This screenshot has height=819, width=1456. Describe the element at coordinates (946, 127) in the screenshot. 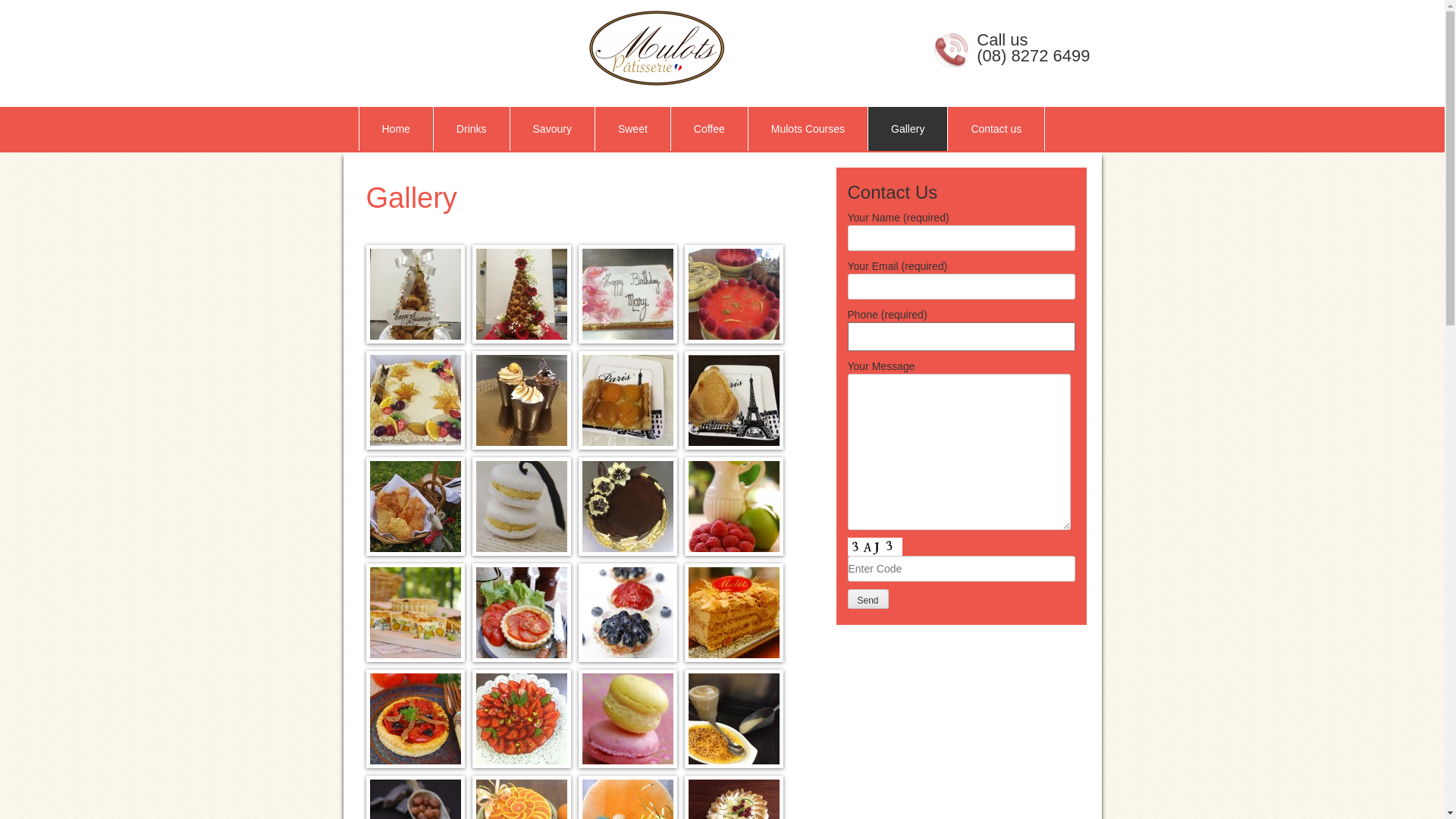

I see `'Contact us'` at that location.